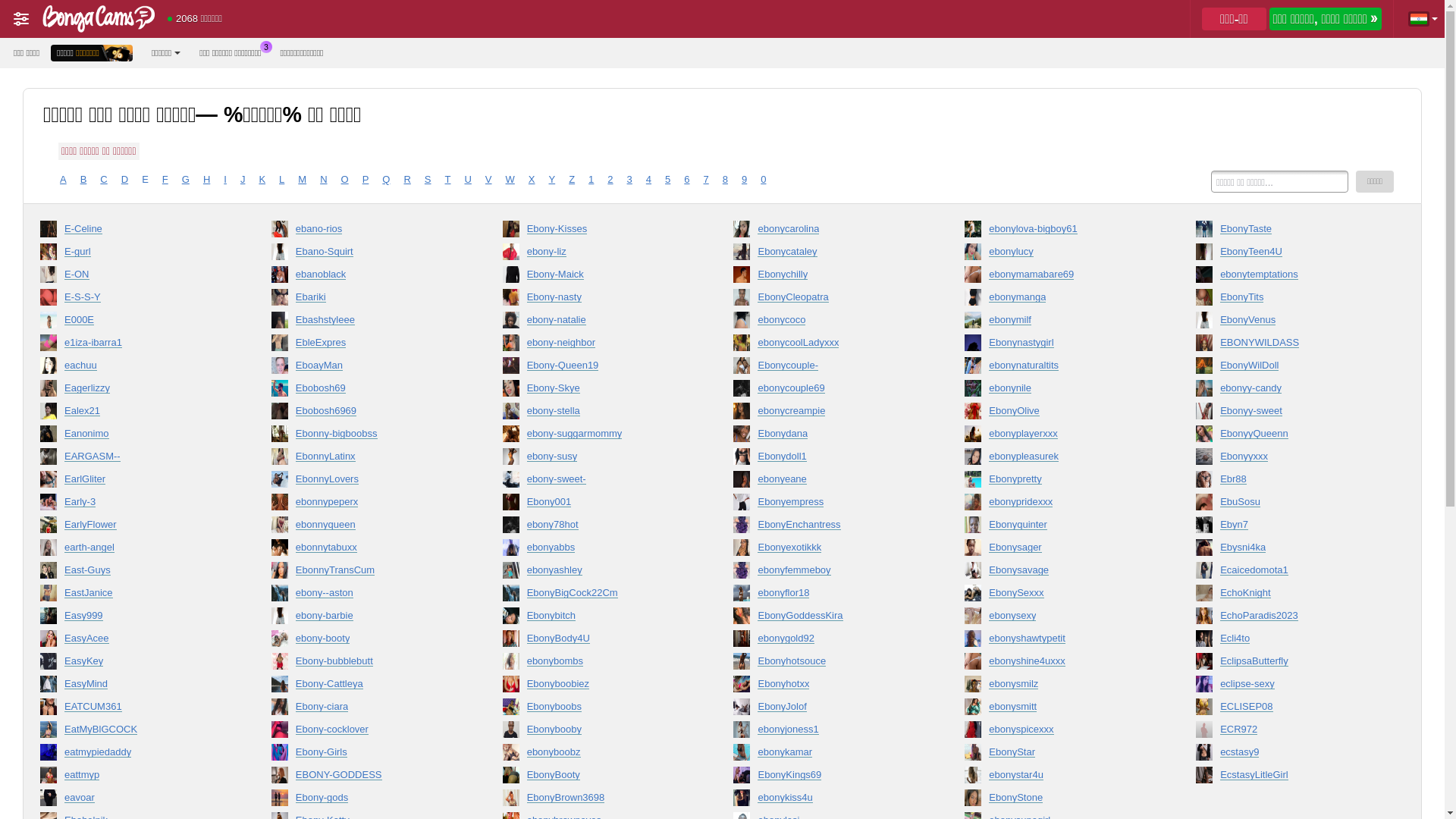  Describe the element at coordinates (365, 619) in the screenshot. I see `'ebony-barbie'` at that location.